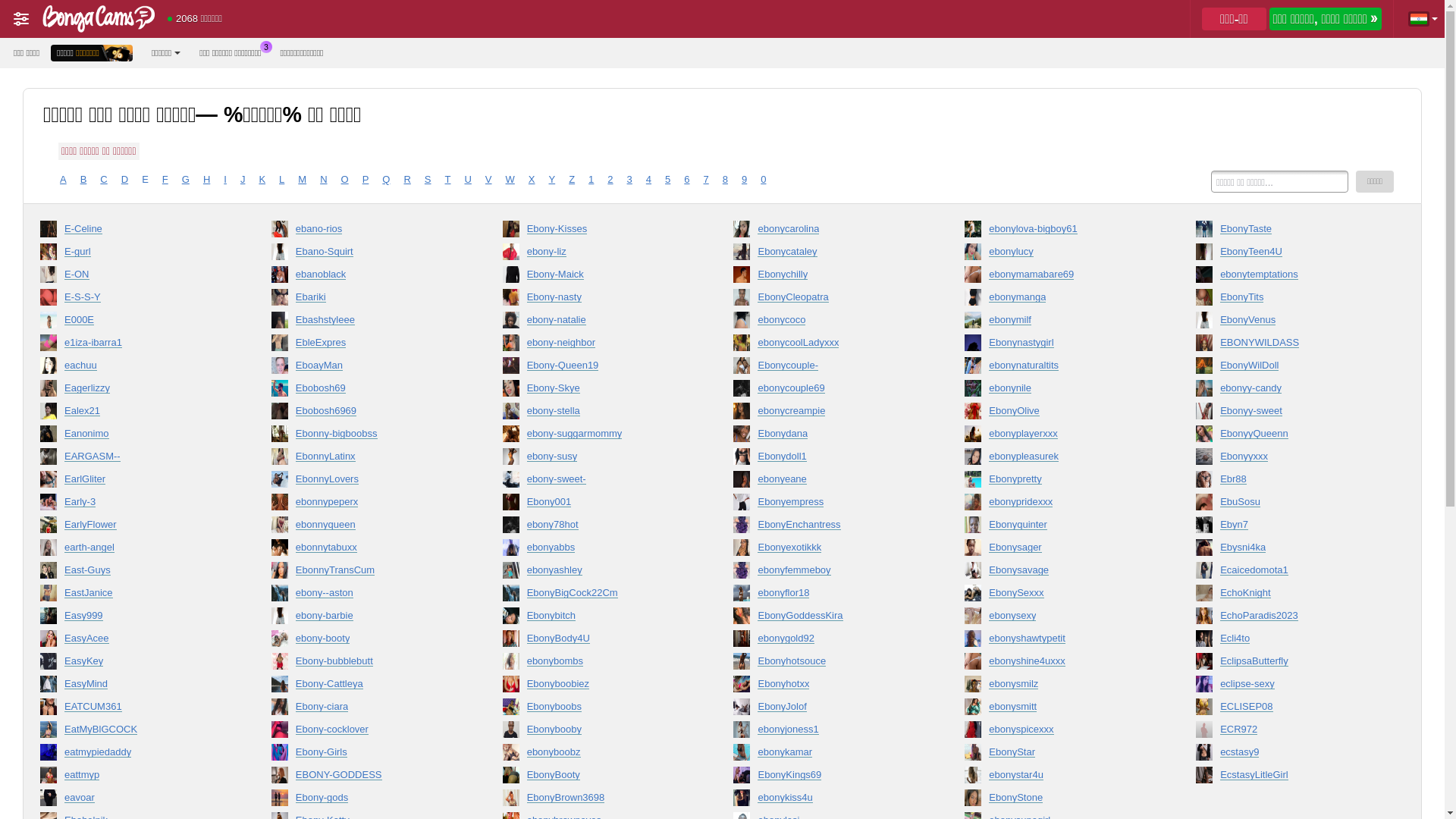  Describe the element at coordinates (365, 619) in the screenshot. I see `'ebony-barbie'` at that location.